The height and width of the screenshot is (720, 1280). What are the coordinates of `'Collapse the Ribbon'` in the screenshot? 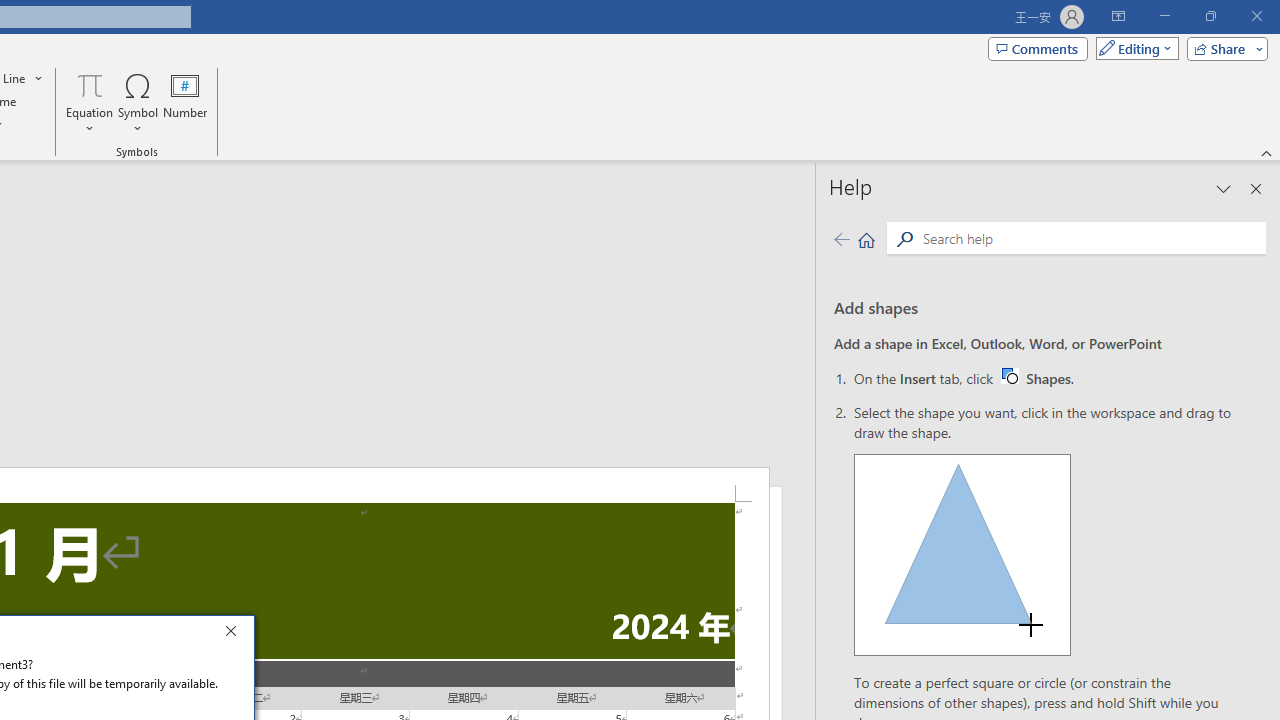 It's located at (1266, 152).